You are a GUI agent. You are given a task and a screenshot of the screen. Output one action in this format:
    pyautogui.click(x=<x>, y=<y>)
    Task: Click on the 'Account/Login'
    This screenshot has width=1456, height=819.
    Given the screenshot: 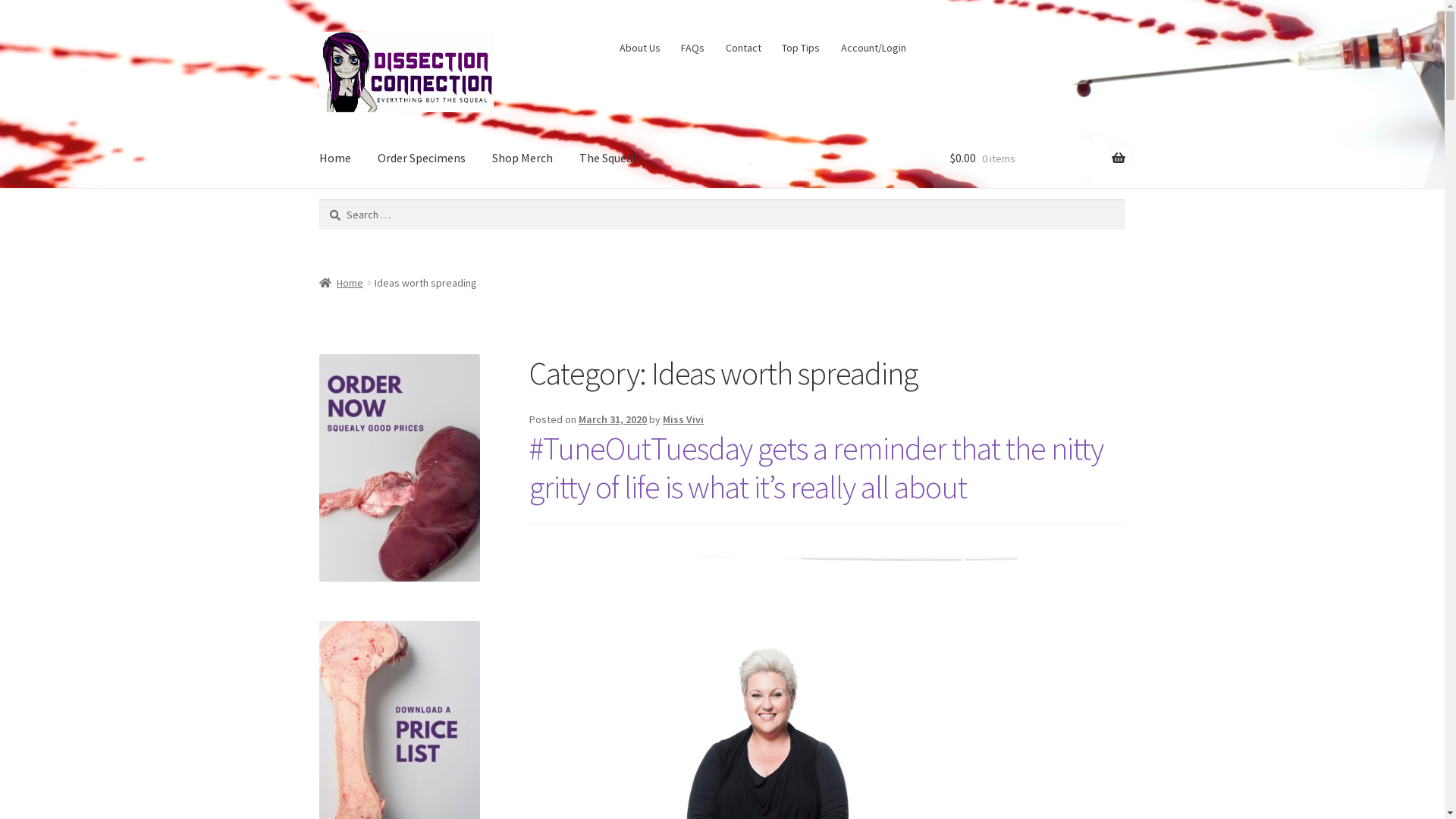 What is the action you would take?
    pyautogui.click(x=873, y=46)
    